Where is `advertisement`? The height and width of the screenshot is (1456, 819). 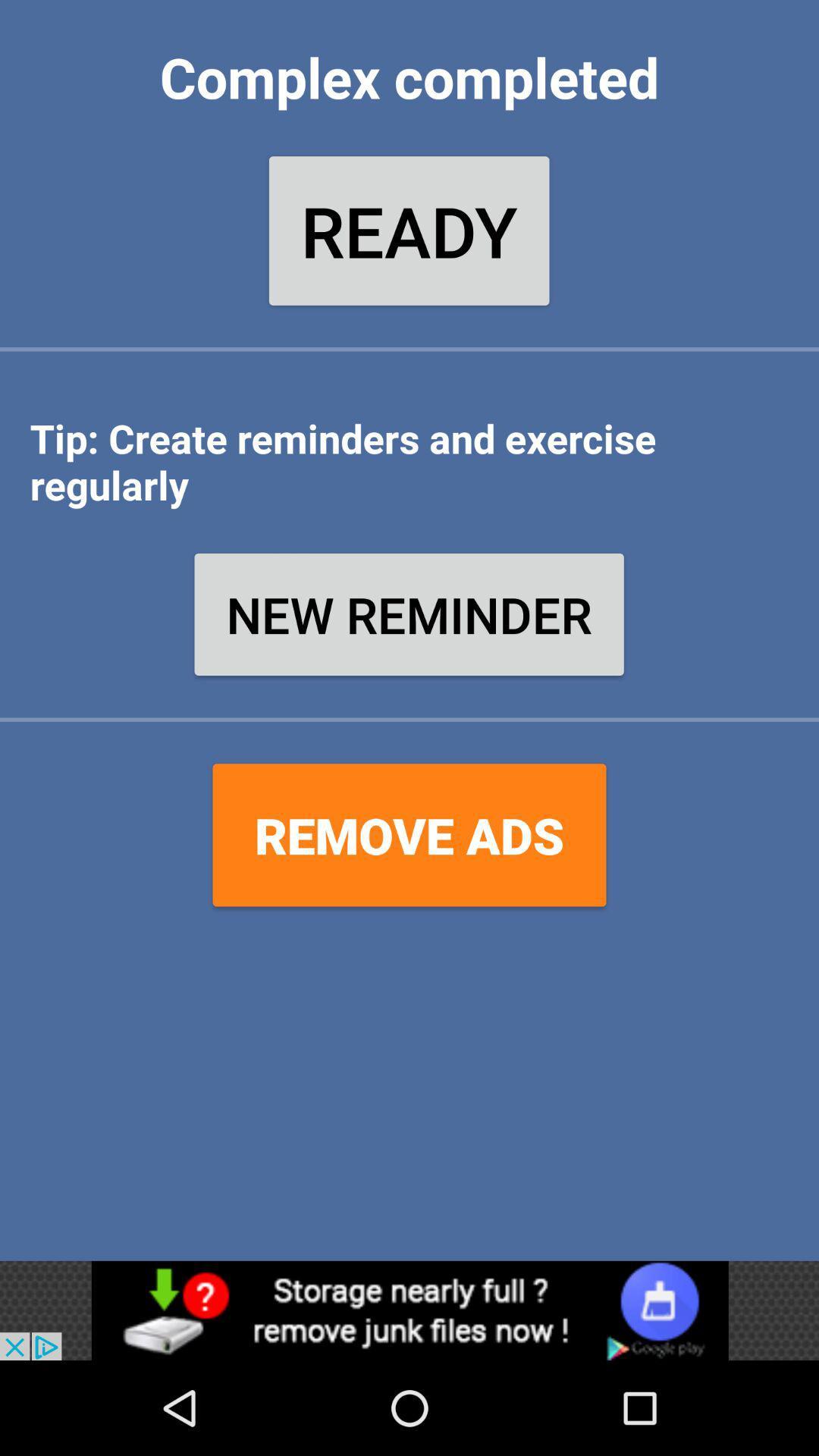
advertisement is located at coordinates (409, 1310).